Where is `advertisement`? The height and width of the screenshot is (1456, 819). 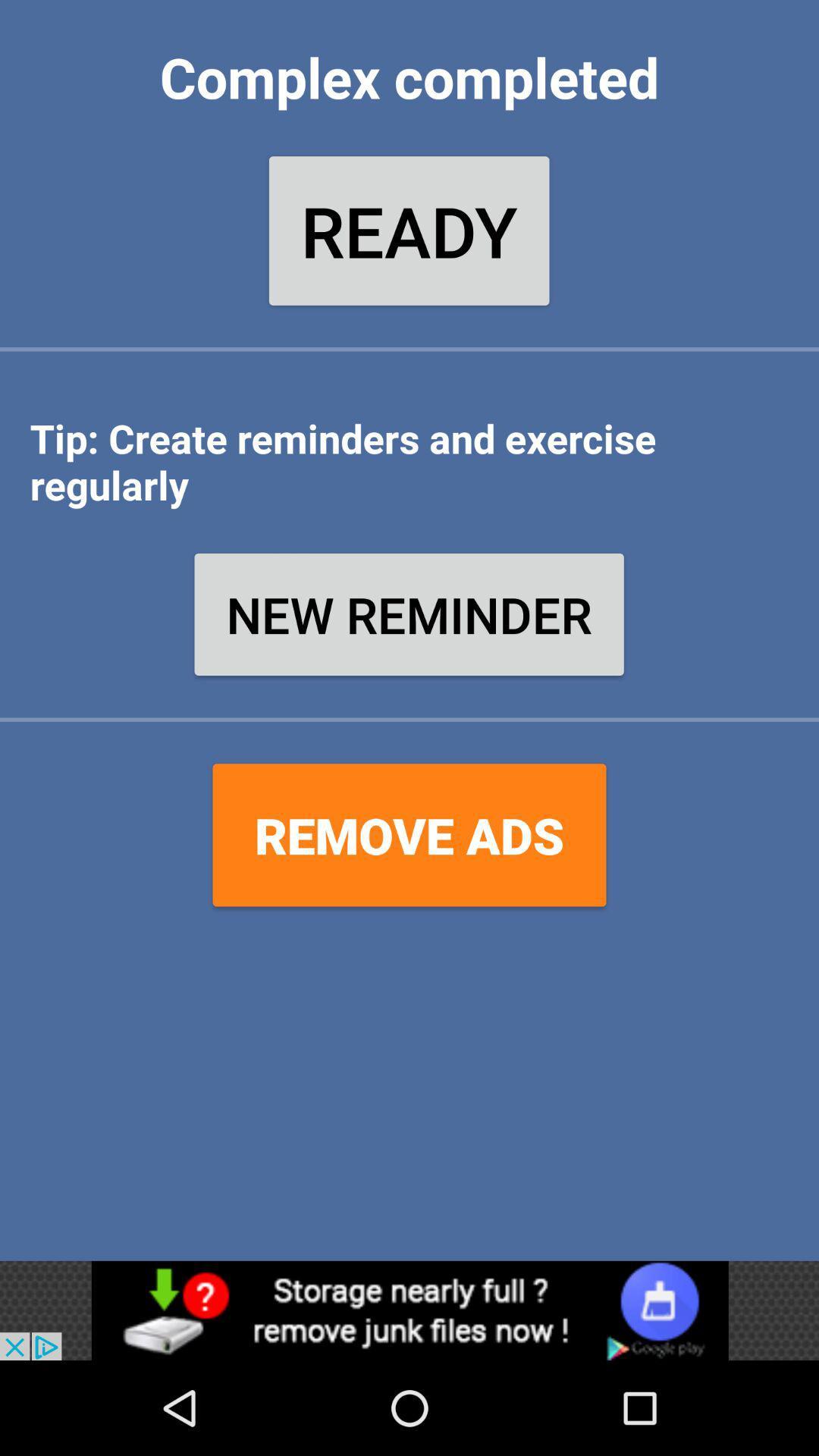
advertisement is located at coordinates (409, 1310).